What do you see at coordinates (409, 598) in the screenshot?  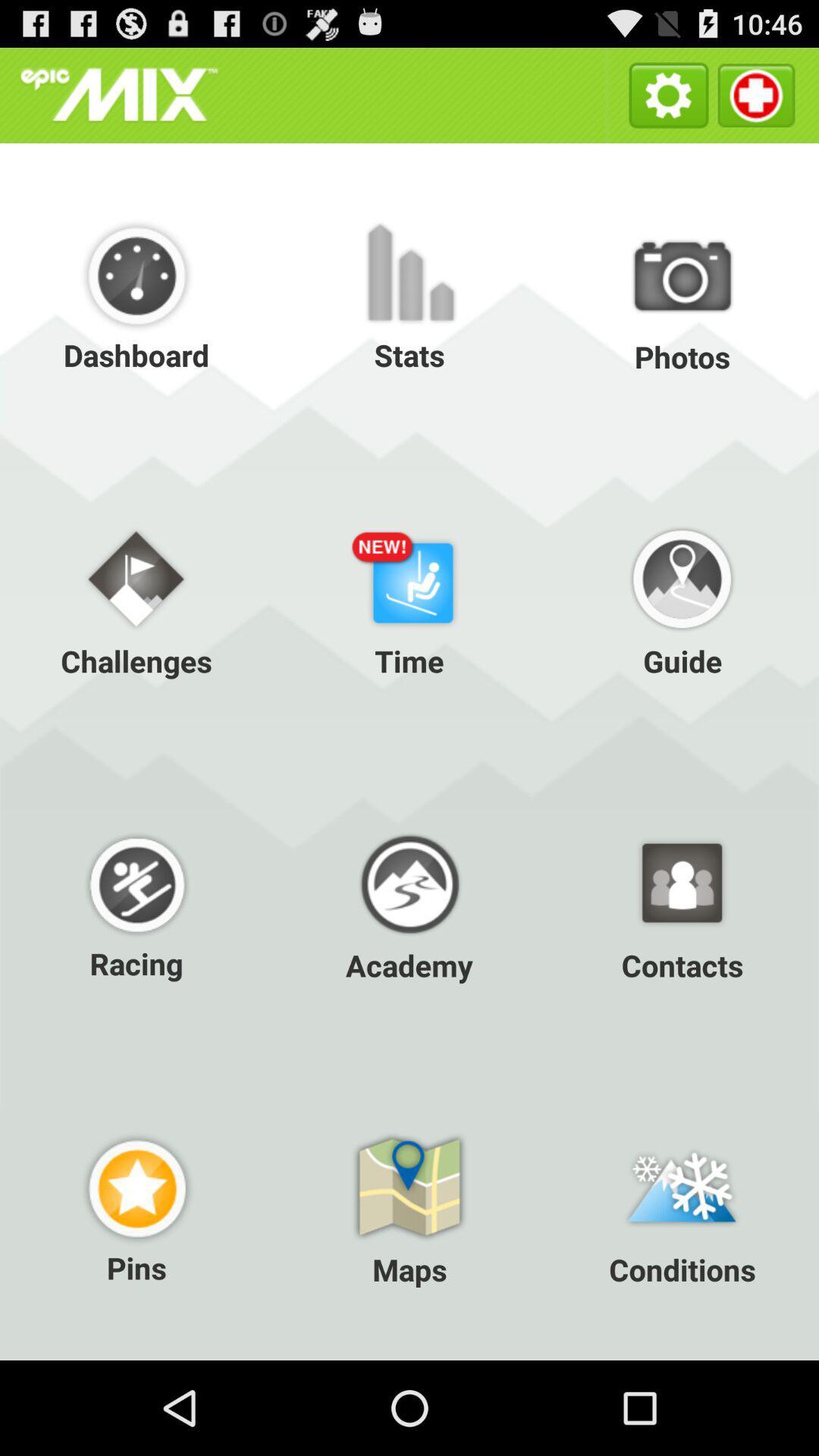 I see `icon above academy icon` at bounding box center [409, 598].